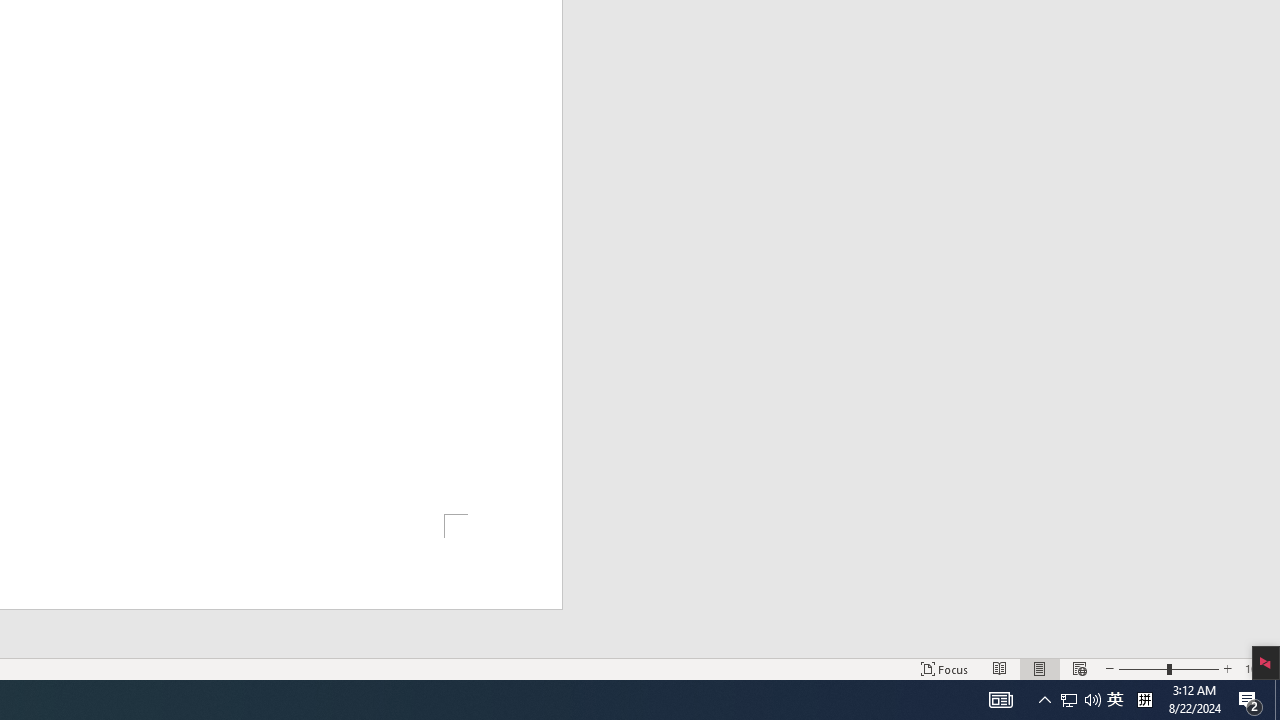 Image resolution: width=1280 pixels, height=720 pixels. I want to click on 'Zoom 100%', so click(1257, 669).